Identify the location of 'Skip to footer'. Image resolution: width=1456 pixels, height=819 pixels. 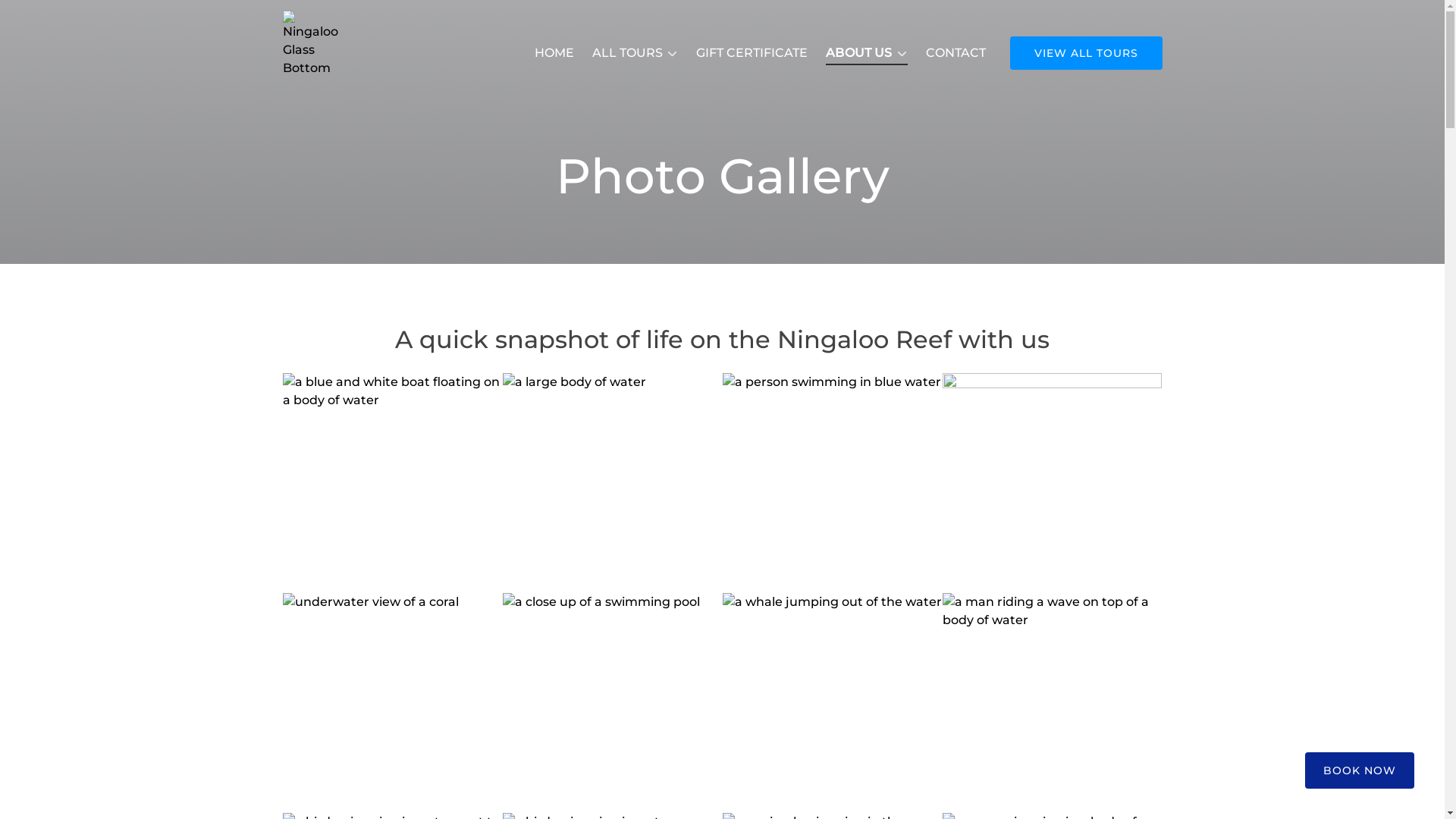
(49, 17).